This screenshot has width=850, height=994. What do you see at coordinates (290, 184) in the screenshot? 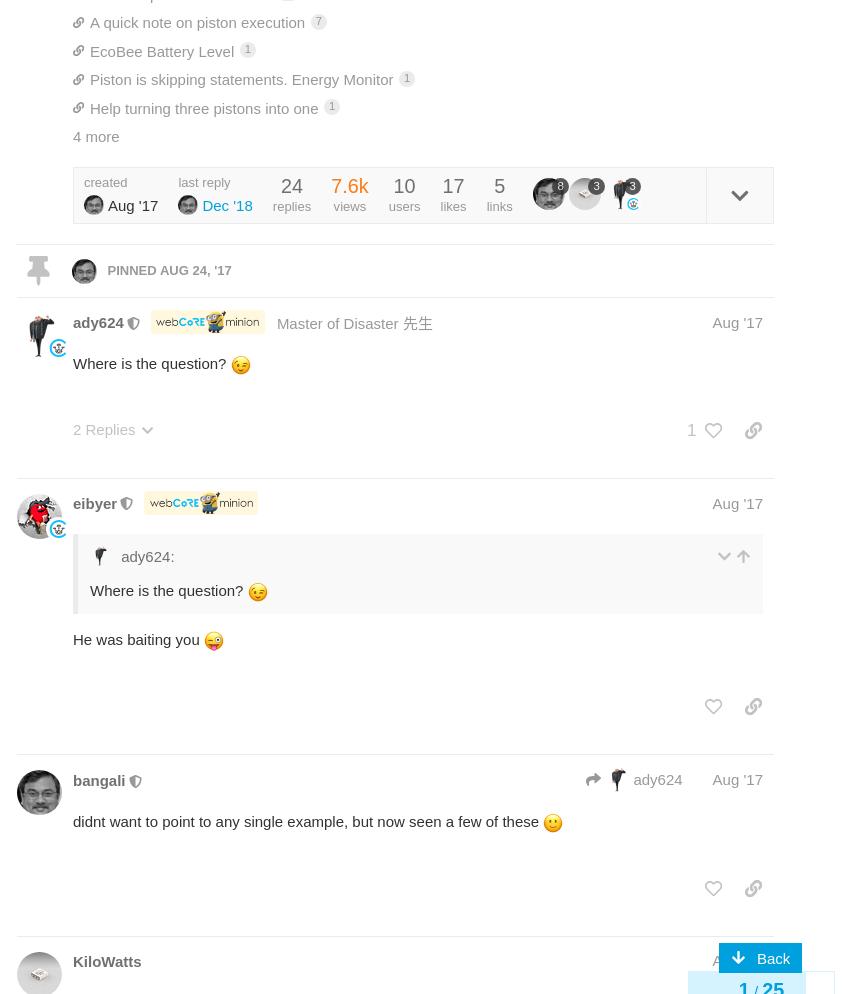
I see `'24'` at bounding box center [290, 184].